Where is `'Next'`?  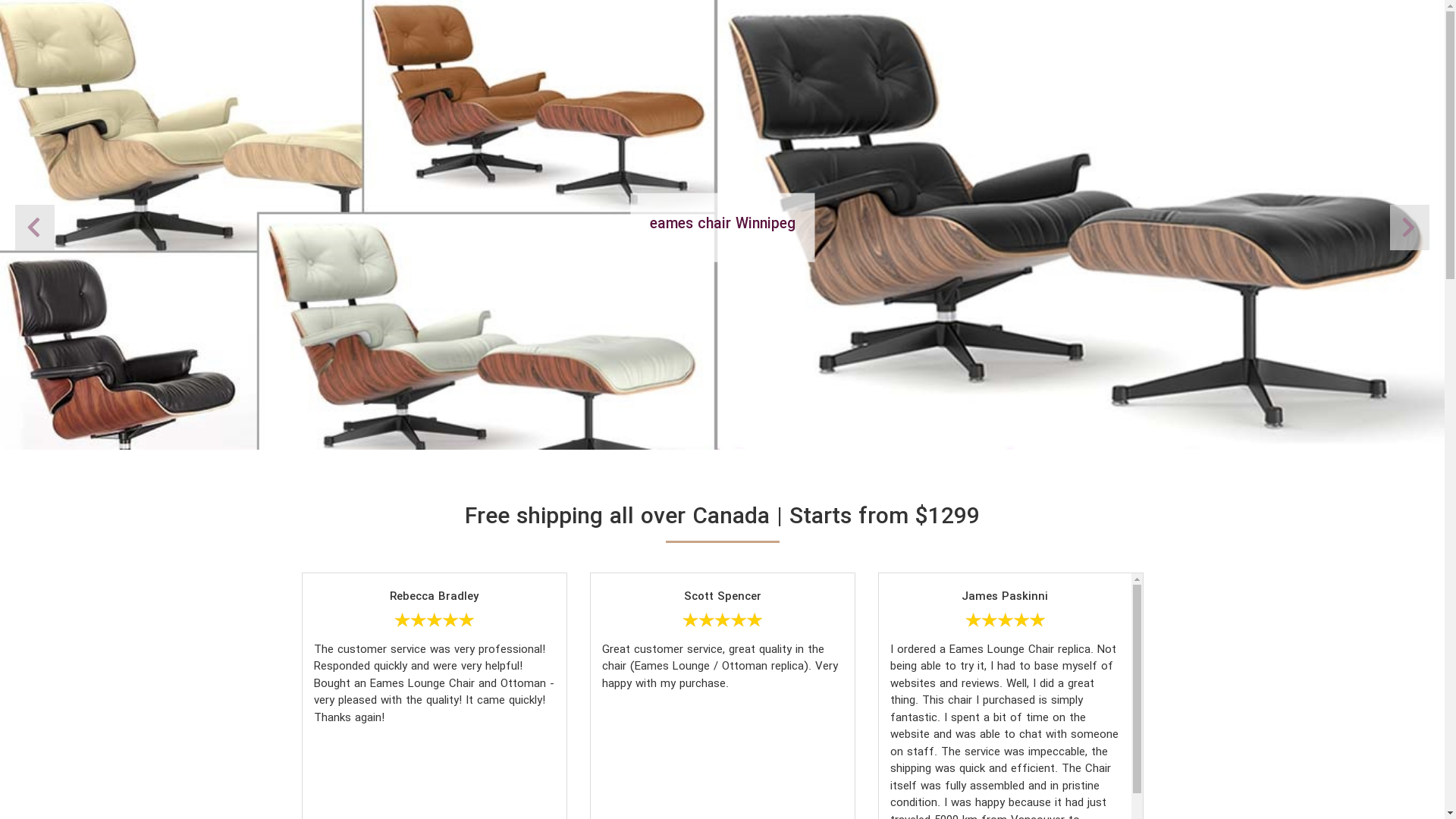
'Next' is located at coordinates (35, 227).